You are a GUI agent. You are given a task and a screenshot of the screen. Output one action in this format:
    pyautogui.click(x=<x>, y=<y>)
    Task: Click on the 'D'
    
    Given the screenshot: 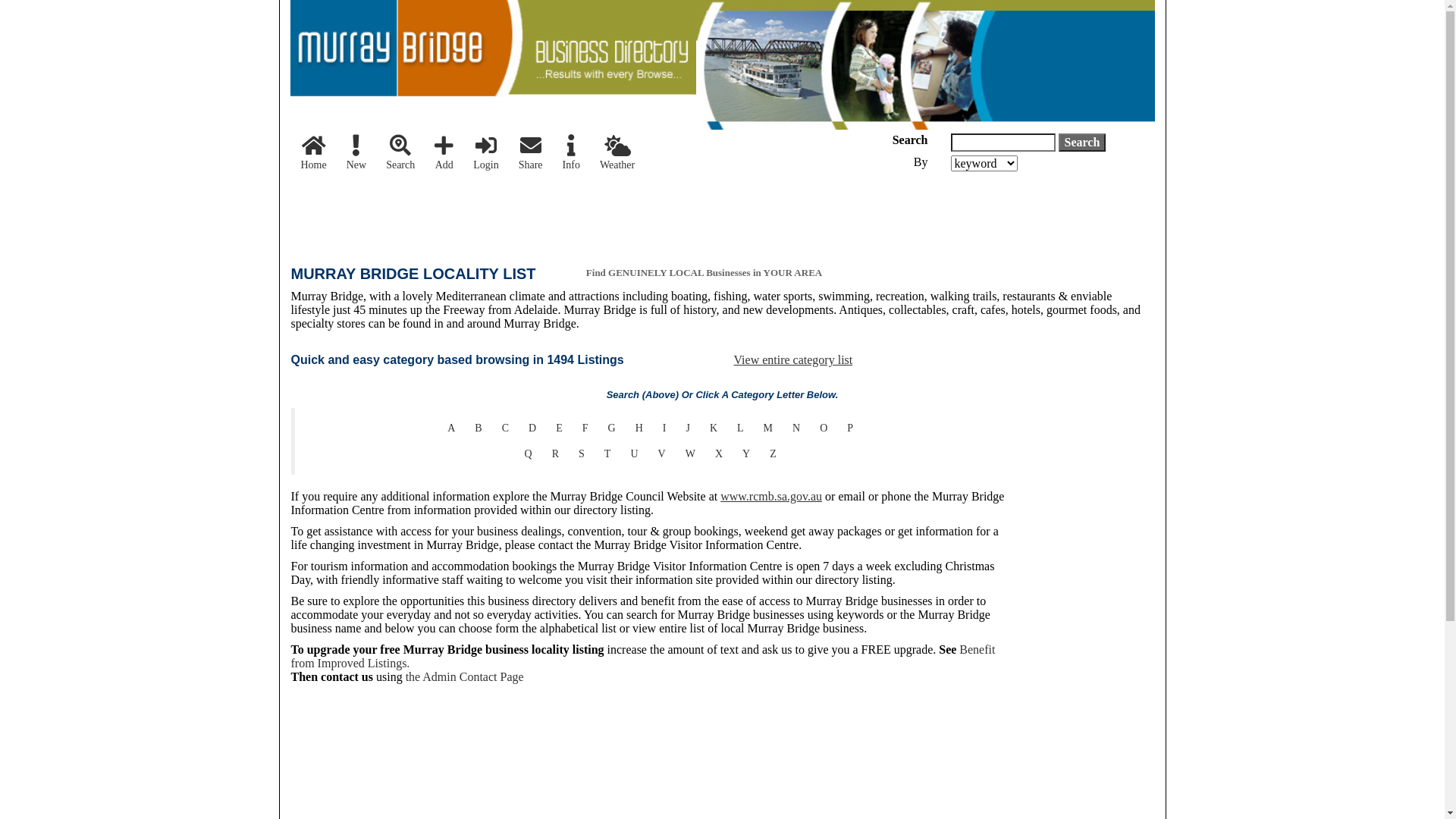 What is the action you would take?
    pyautogui.click(x=519, y=428)
    